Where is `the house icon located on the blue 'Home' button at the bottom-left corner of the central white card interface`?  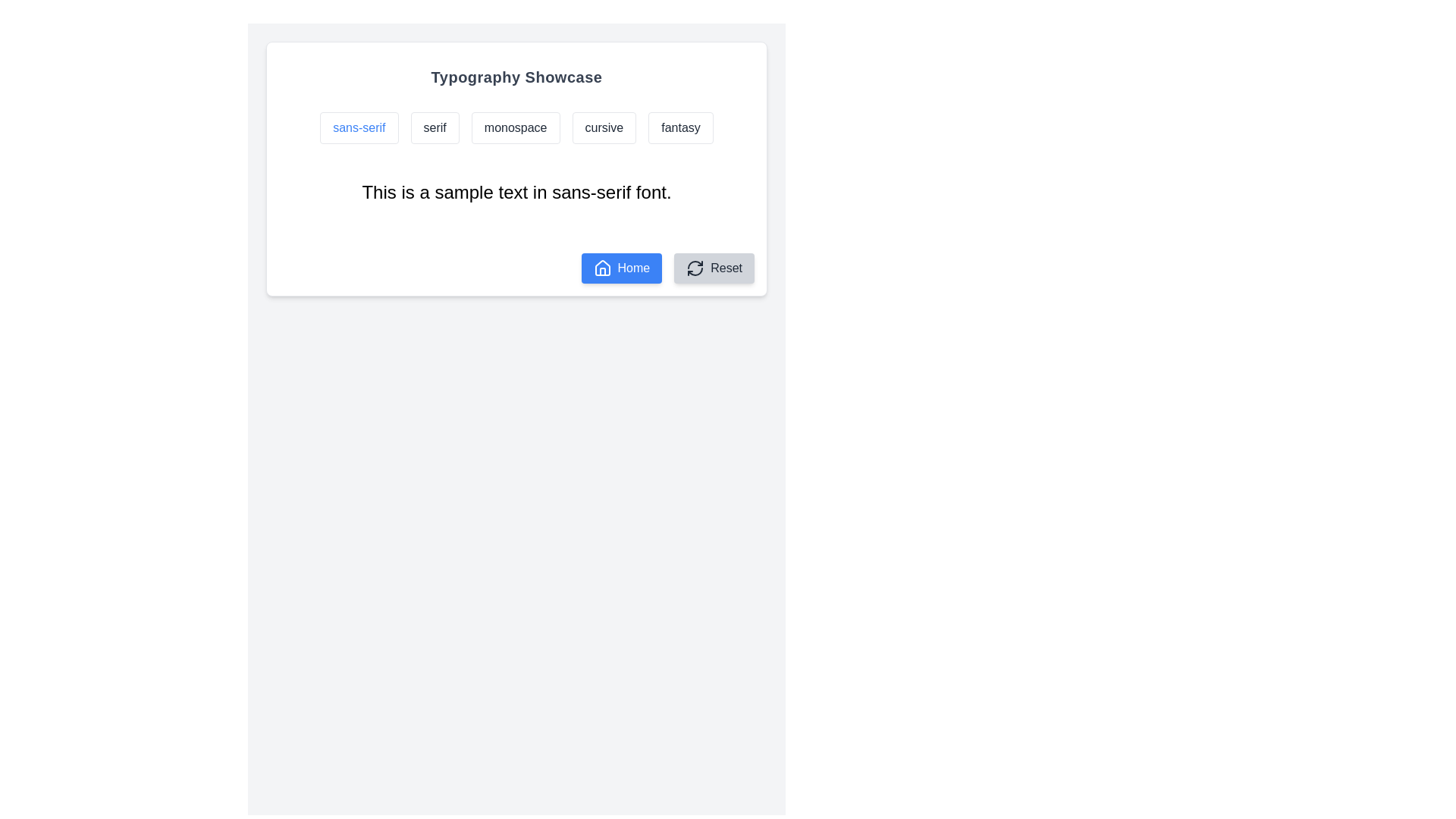
the house icon located on the blue 'Home' button at the bottom-left corner of the central white card interface is located at coordinates (601, 267).